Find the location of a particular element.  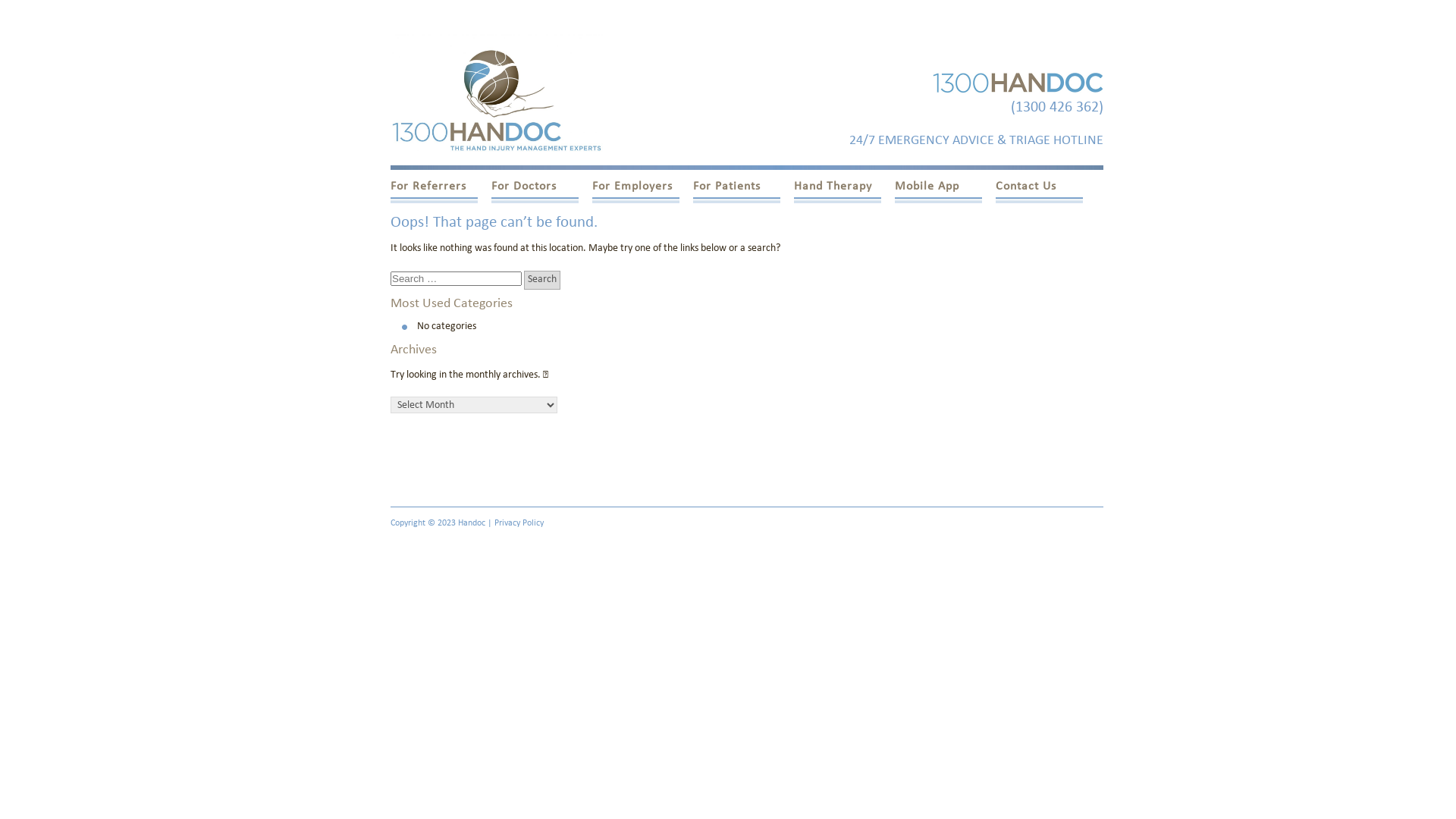

'Search' is located at coordinates (542, 279).